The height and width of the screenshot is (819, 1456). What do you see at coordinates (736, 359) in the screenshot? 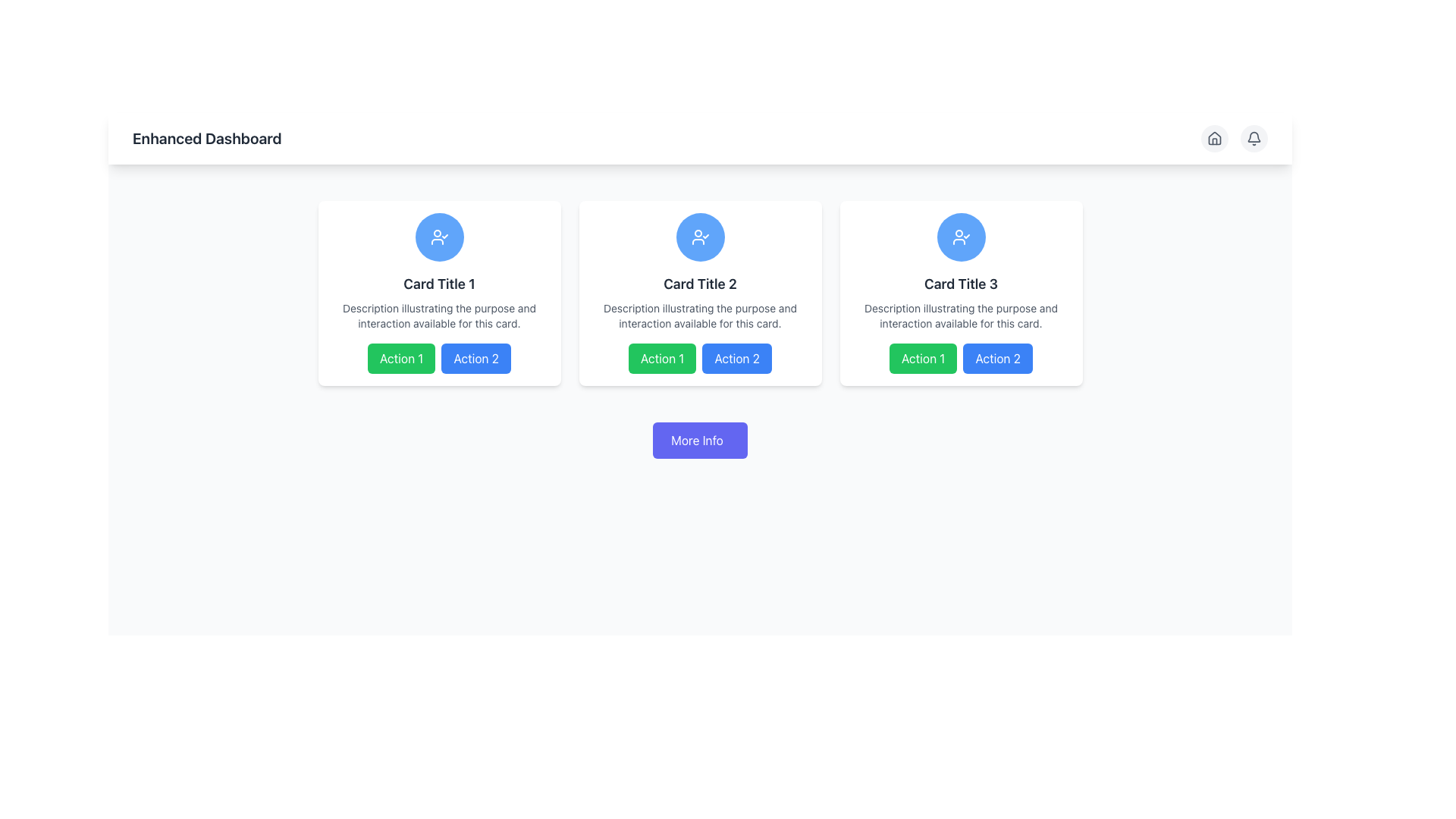
I see `the second button in the horizontal pair within the card titled 'Card Title 2'` at bounding box center [736, 359].